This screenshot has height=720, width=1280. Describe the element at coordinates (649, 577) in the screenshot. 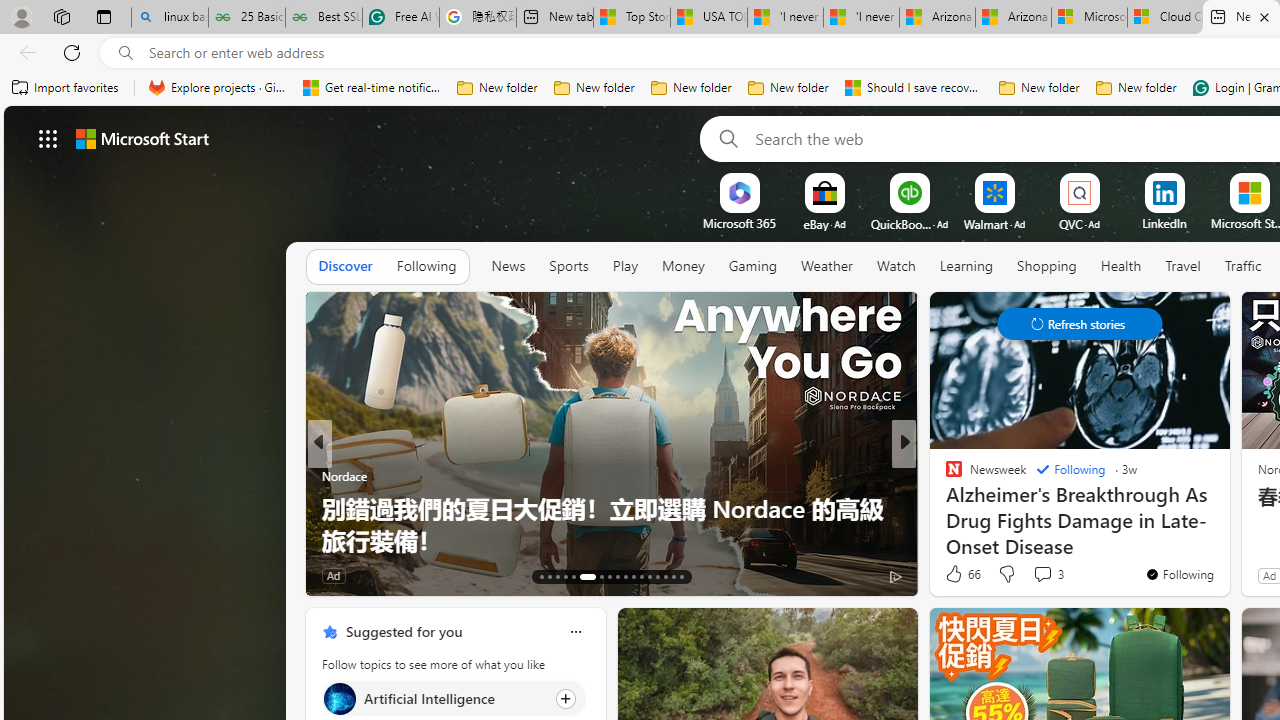

I see `'AutomationID: tab-25'` at that location.